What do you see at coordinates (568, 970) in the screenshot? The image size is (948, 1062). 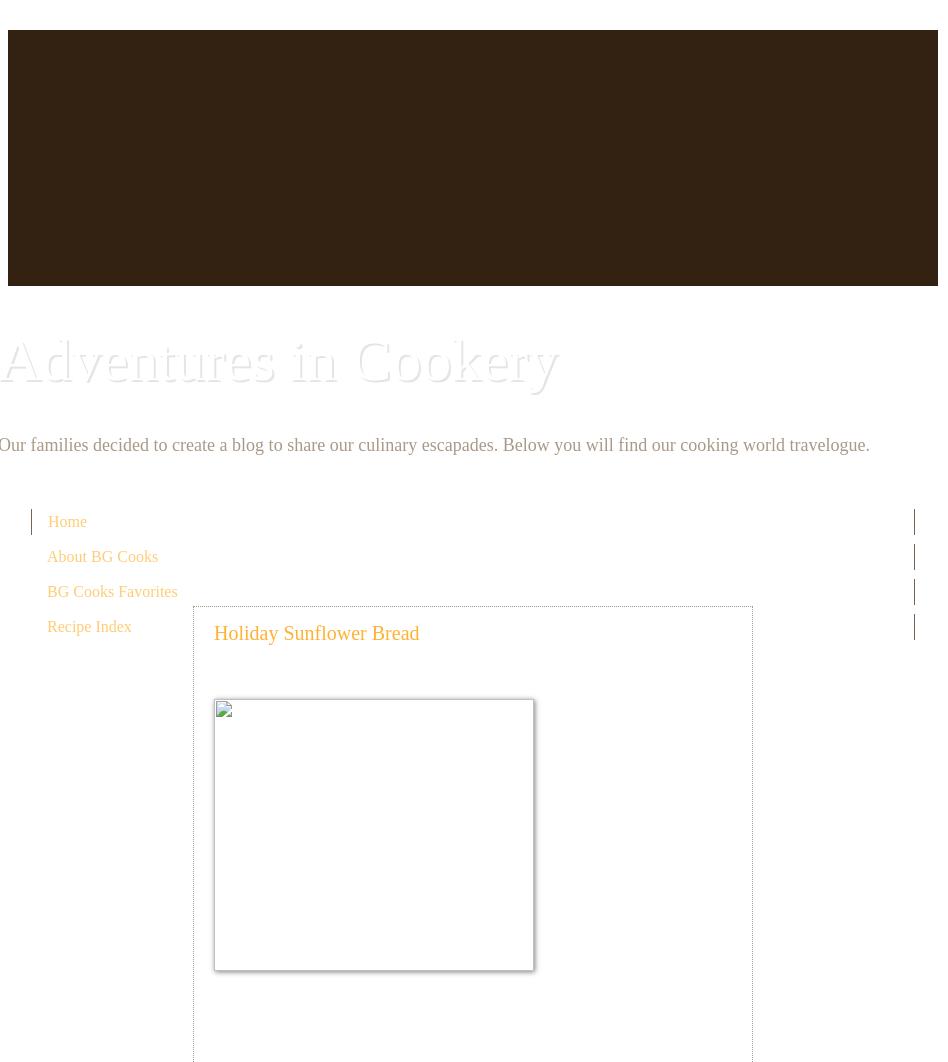 I see `'Sponge:'` at bounding box center [568, 970].